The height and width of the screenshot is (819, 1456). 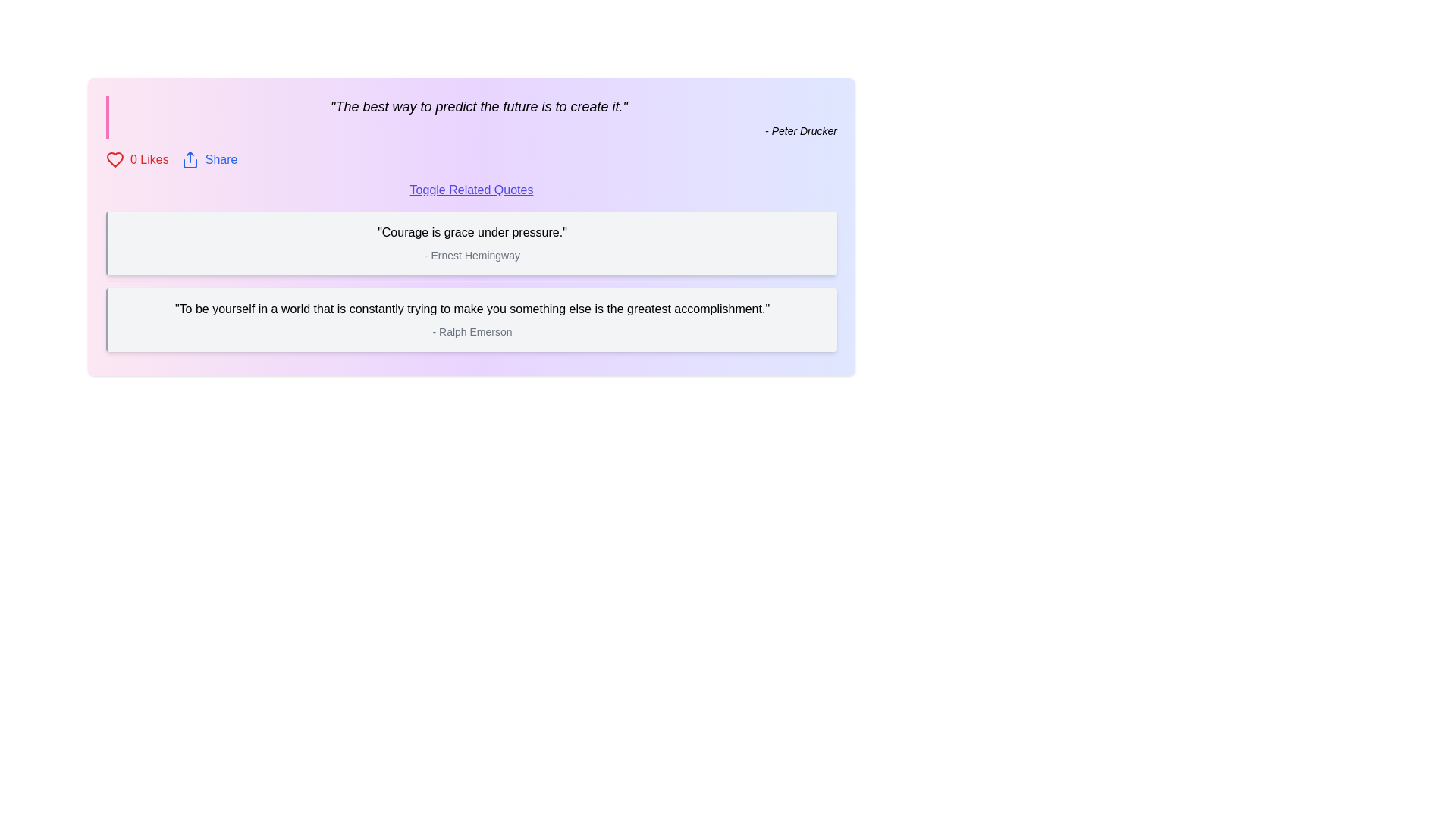 I want to click on the first quote block underneath the heading 'Toggle Related Quotes', which has a light gray background and contains a bold quote followed by an author attribution, so click(x=471, y=242).